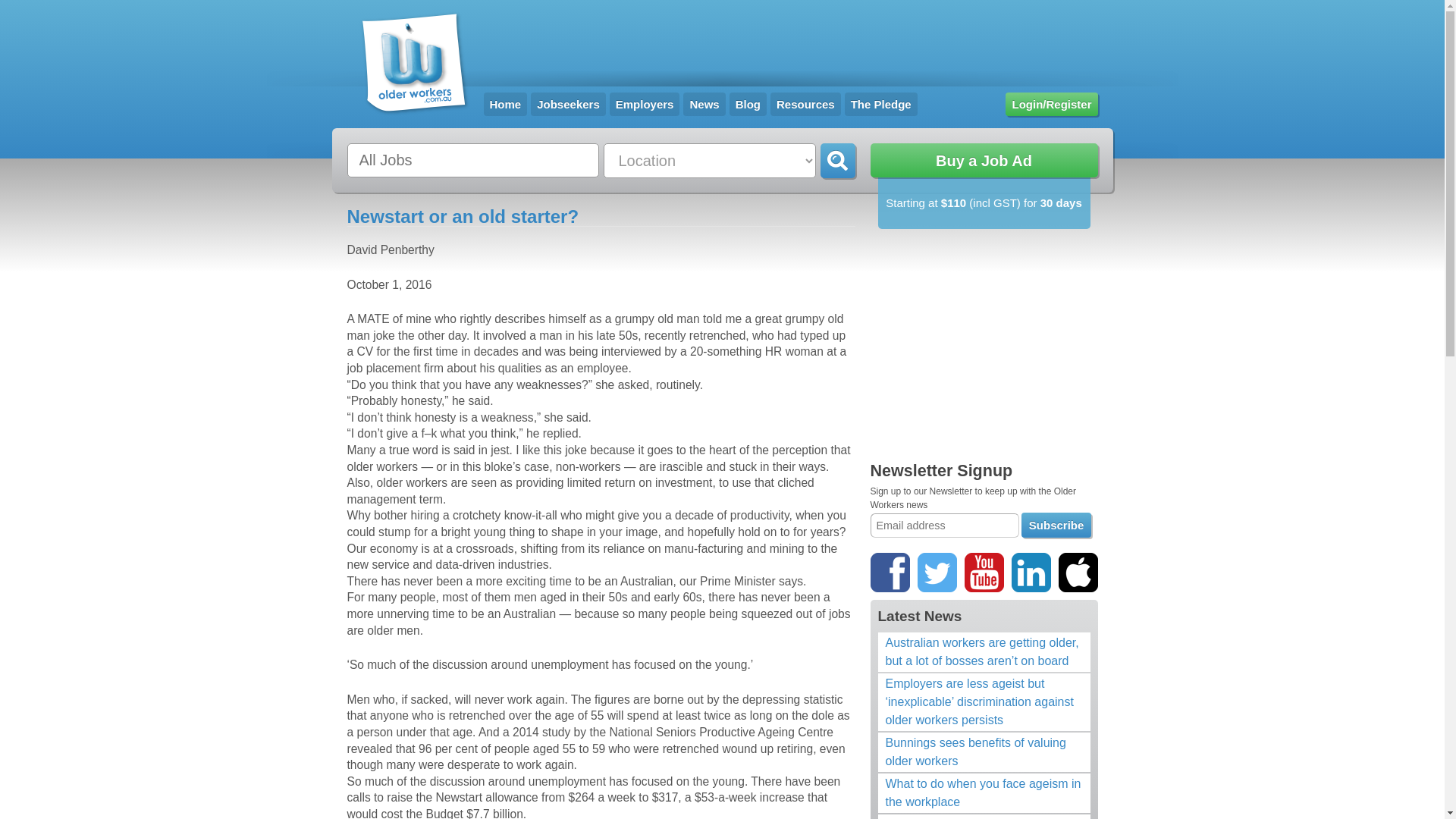 This screenshot has width=1456, height=819. What do you see at coordinates (770, 103) in the screenshot?
I see `'Resources'` at bounding box center [770, 103].